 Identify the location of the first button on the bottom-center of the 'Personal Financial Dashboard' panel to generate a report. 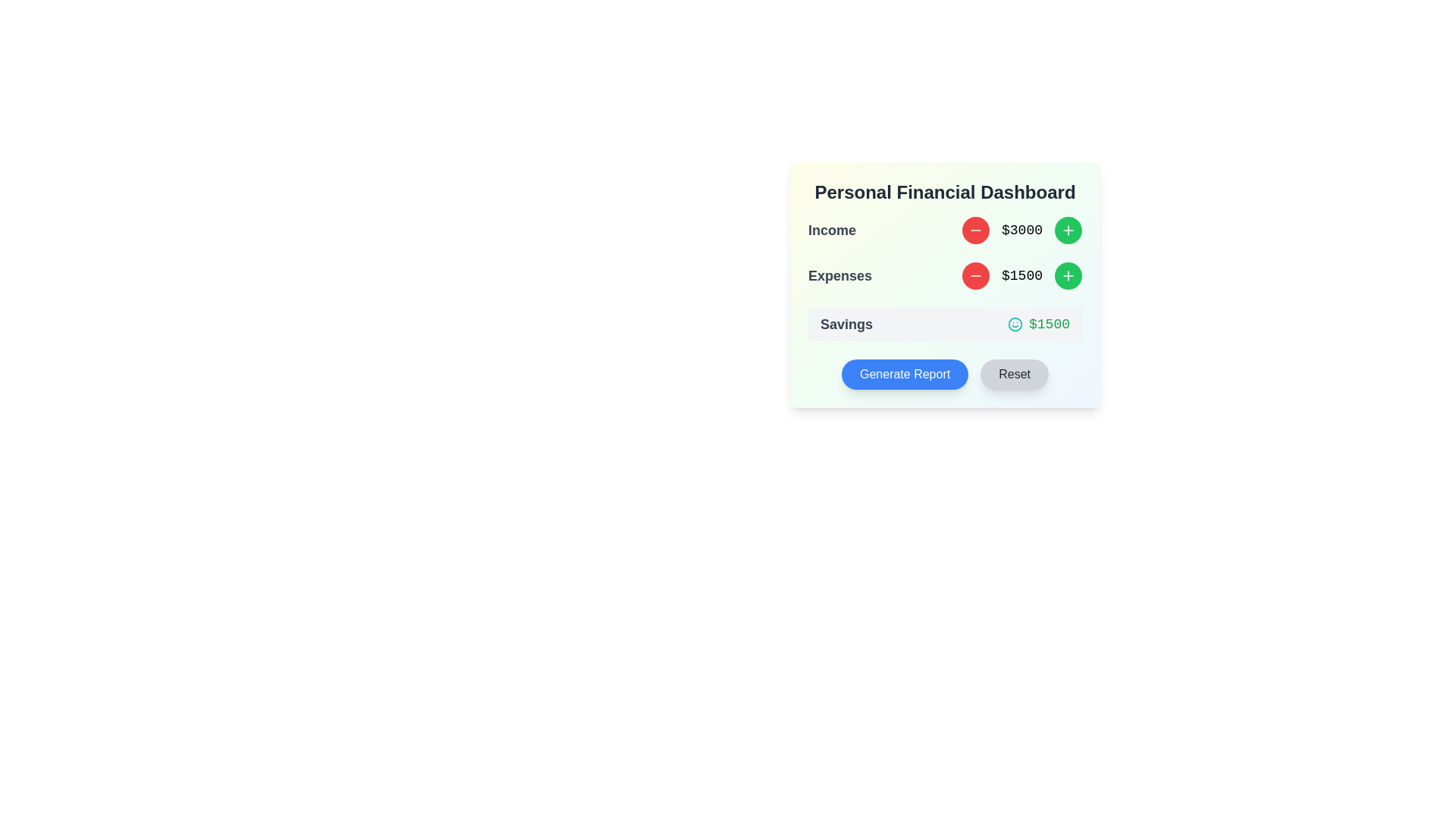
(905, 374).